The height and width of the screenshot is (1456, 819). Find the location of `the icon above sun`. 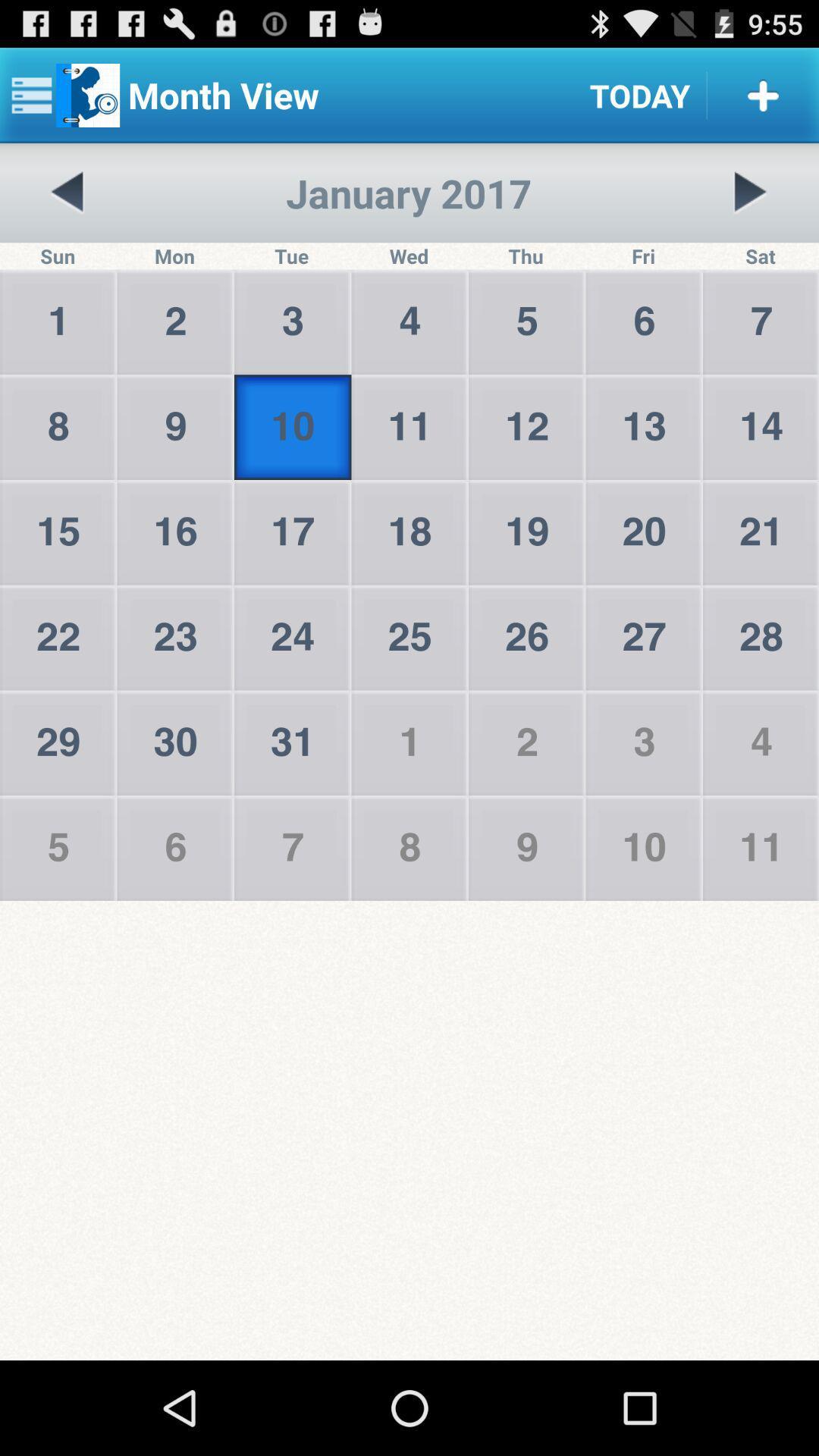

the icon above sun is located at coordinates (67, 192).